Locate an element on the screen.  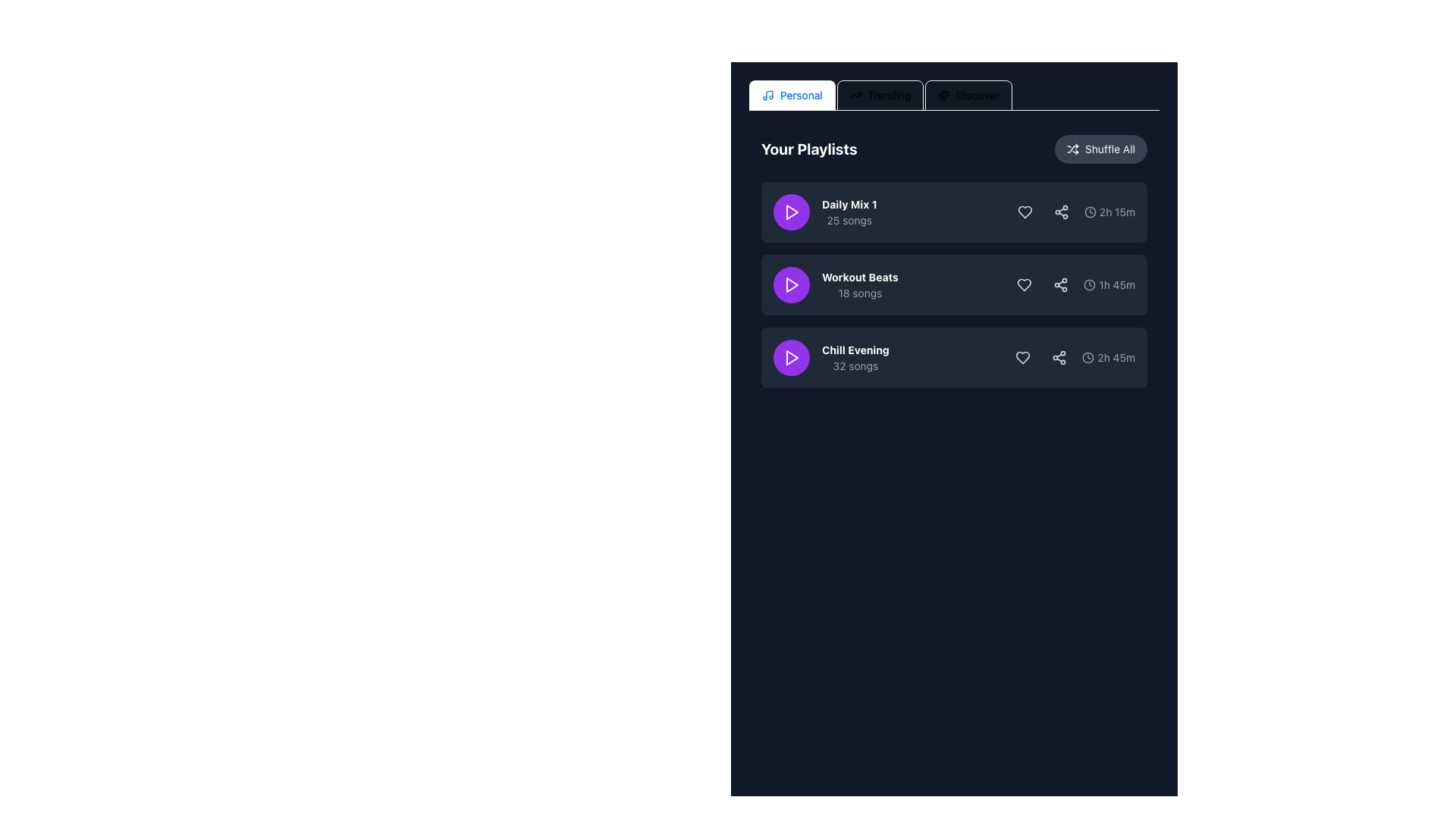
the clock icon, which is represented with a circular outline and clock hands resembling an analog clock face, located in the third row of the playlist list adjacent to the text '2h 45m' is located at coordinates (1087, 357).